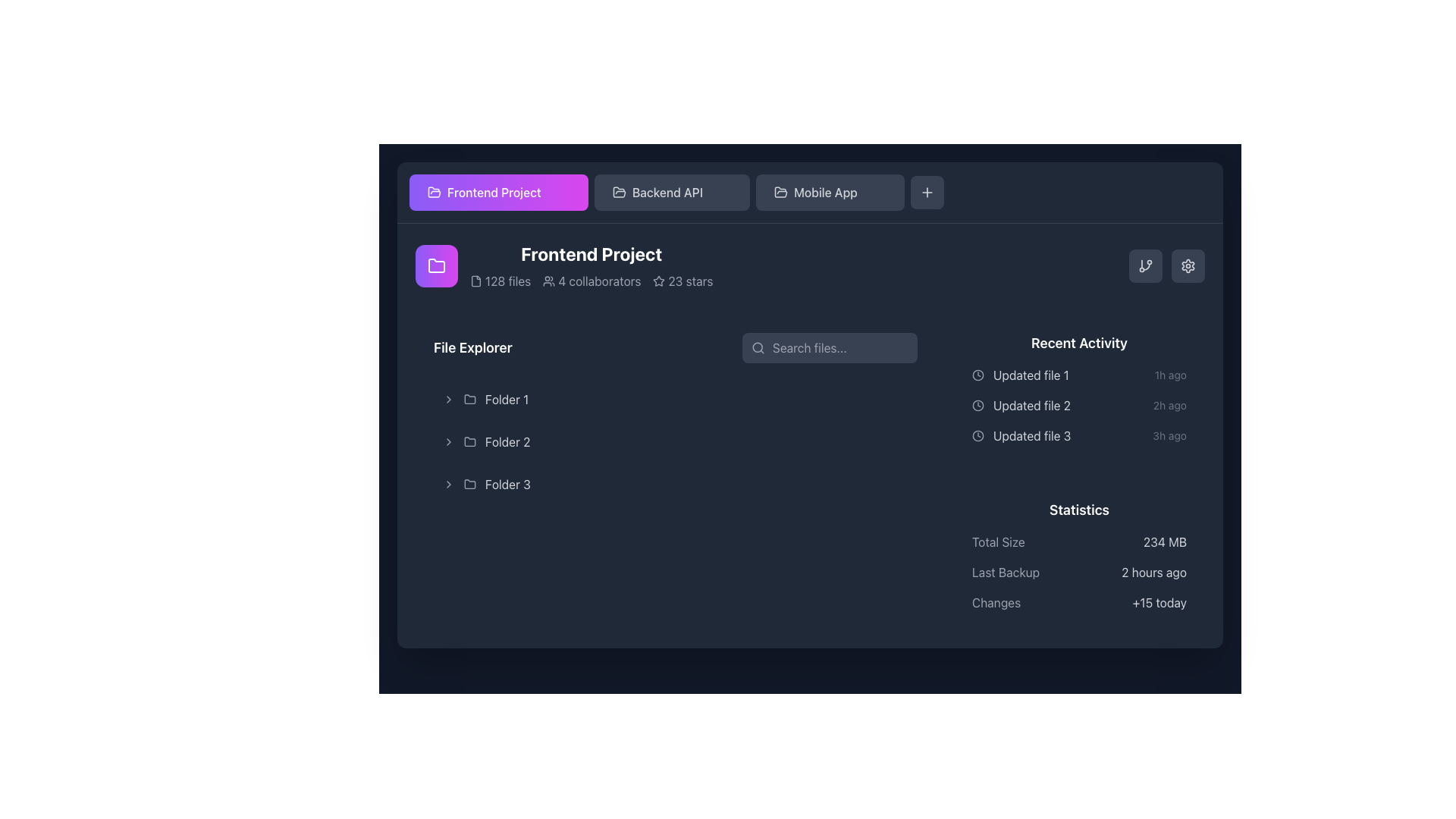  What do you see at coordinates (675, 441) in the screenshot?
I see `the 'Folder 2' expandable list item` at bounding box center [675, 441].